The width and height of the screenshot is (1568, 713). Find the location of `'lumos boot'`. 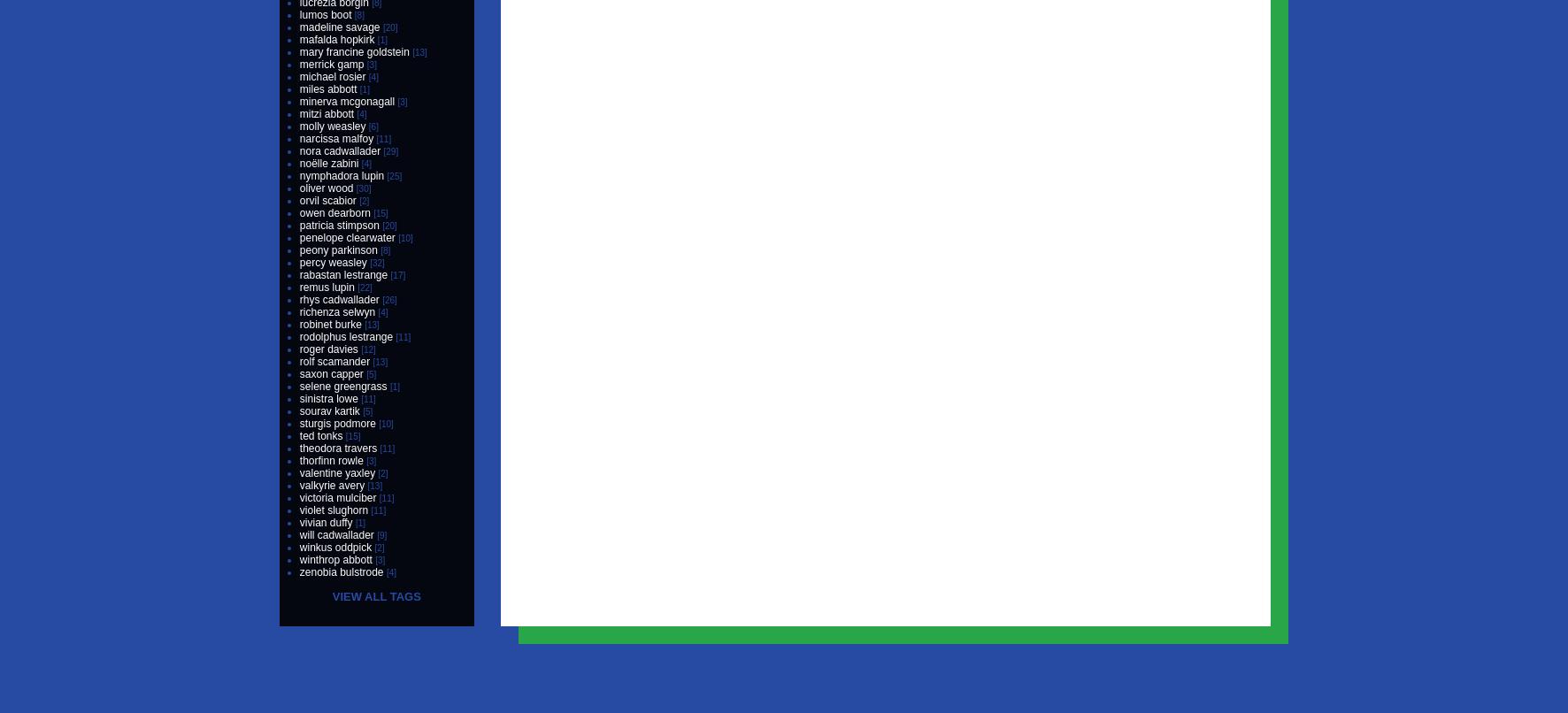

'lumos boot' is located at coordinates (325, 15).